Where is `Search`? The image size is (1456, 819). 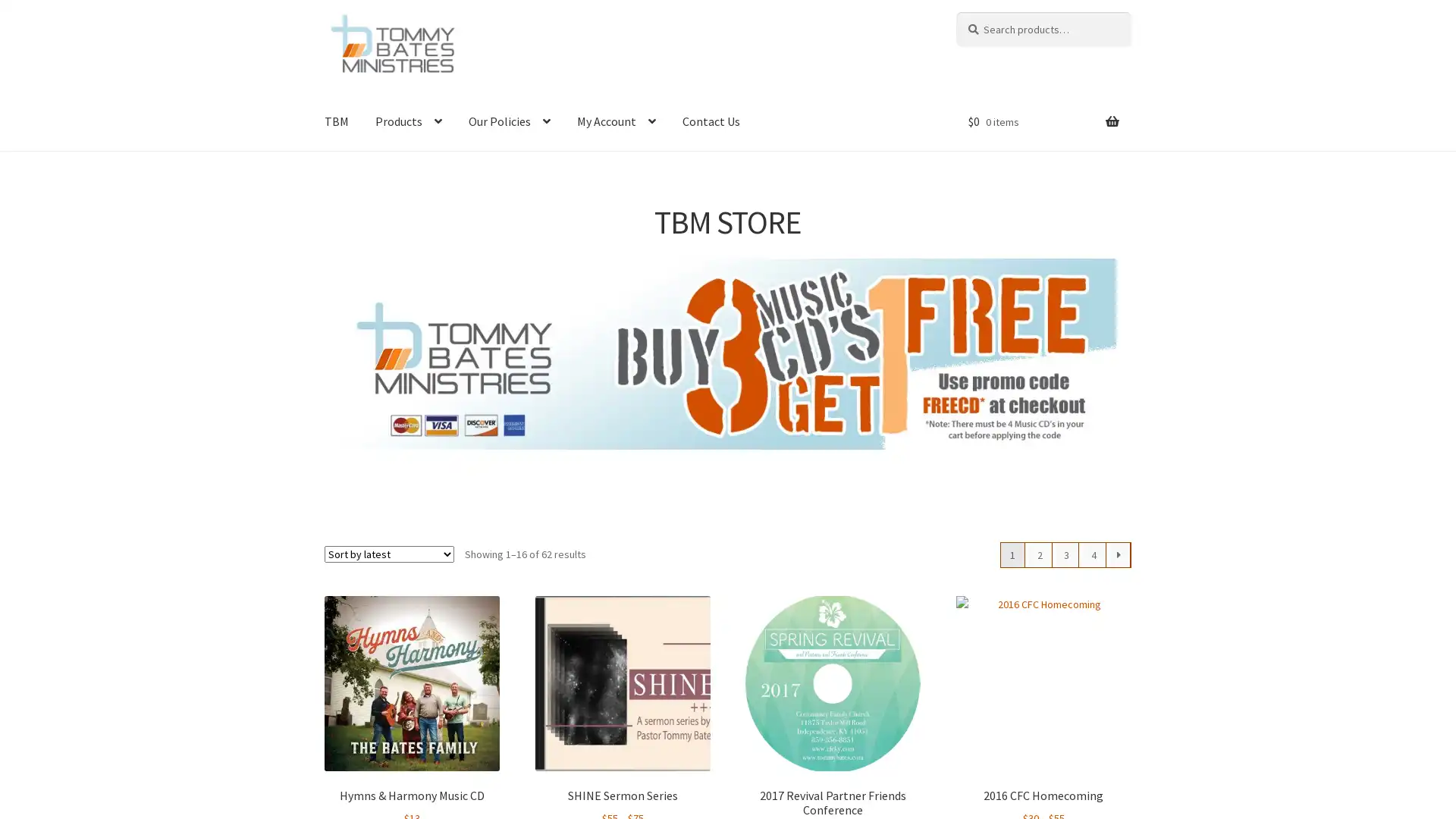
Search is located at coordinates (954, 11).